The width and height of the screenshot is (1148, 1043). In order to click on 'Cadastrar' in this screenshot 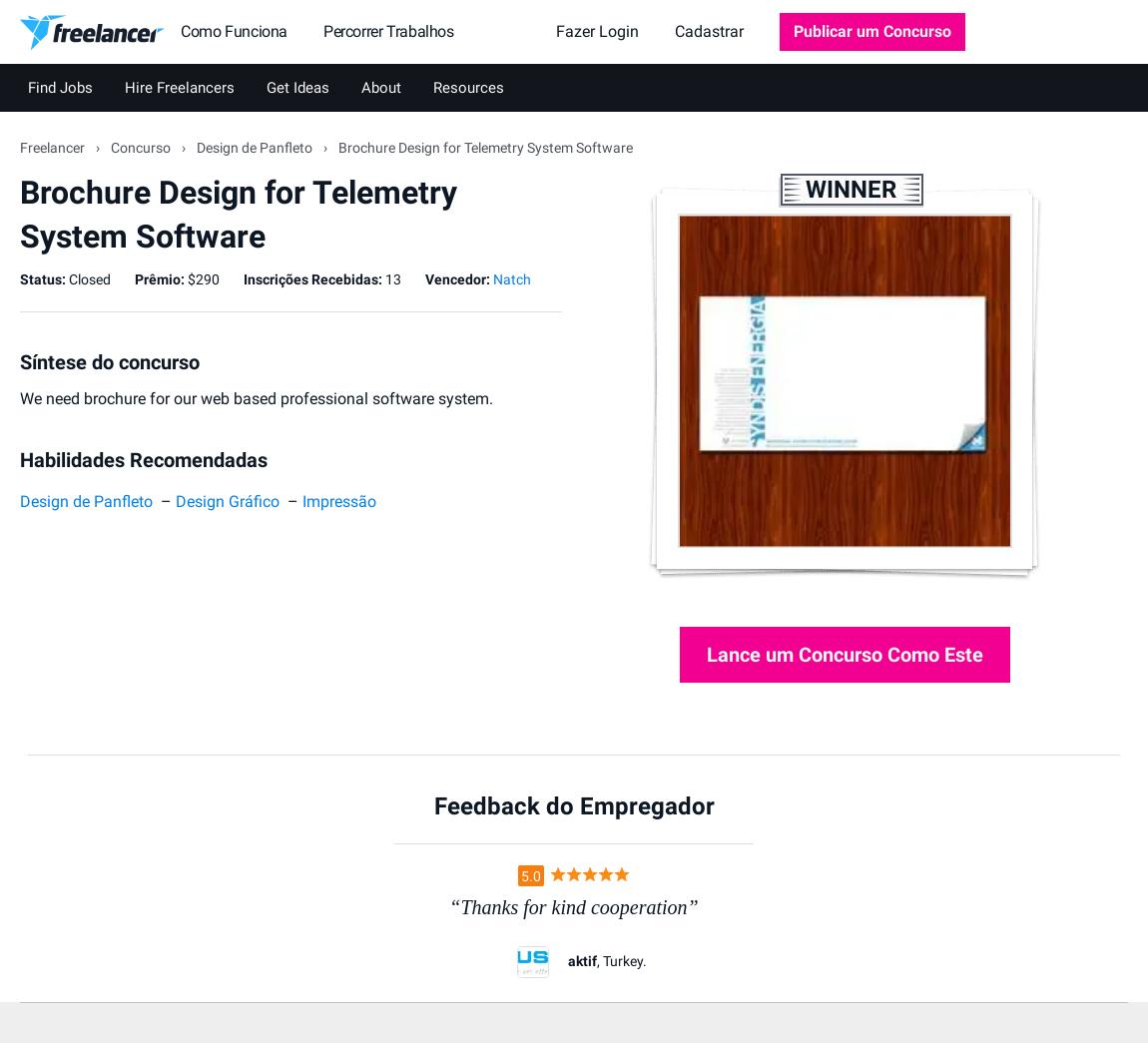, I will do `click(708, 30)`.